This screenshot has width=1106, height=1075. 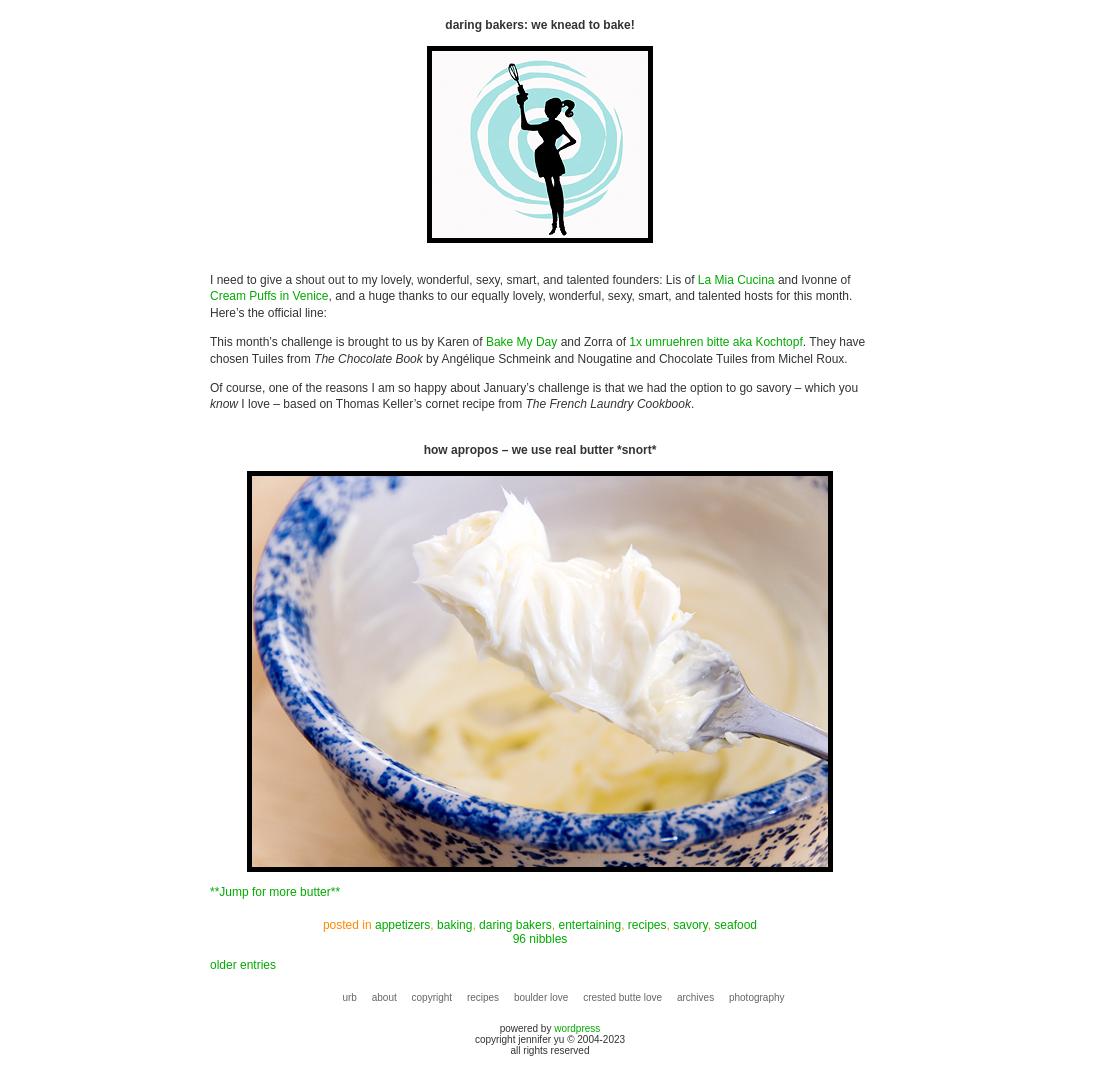 I want to click on 'seafood', so click(x=735, y=922).